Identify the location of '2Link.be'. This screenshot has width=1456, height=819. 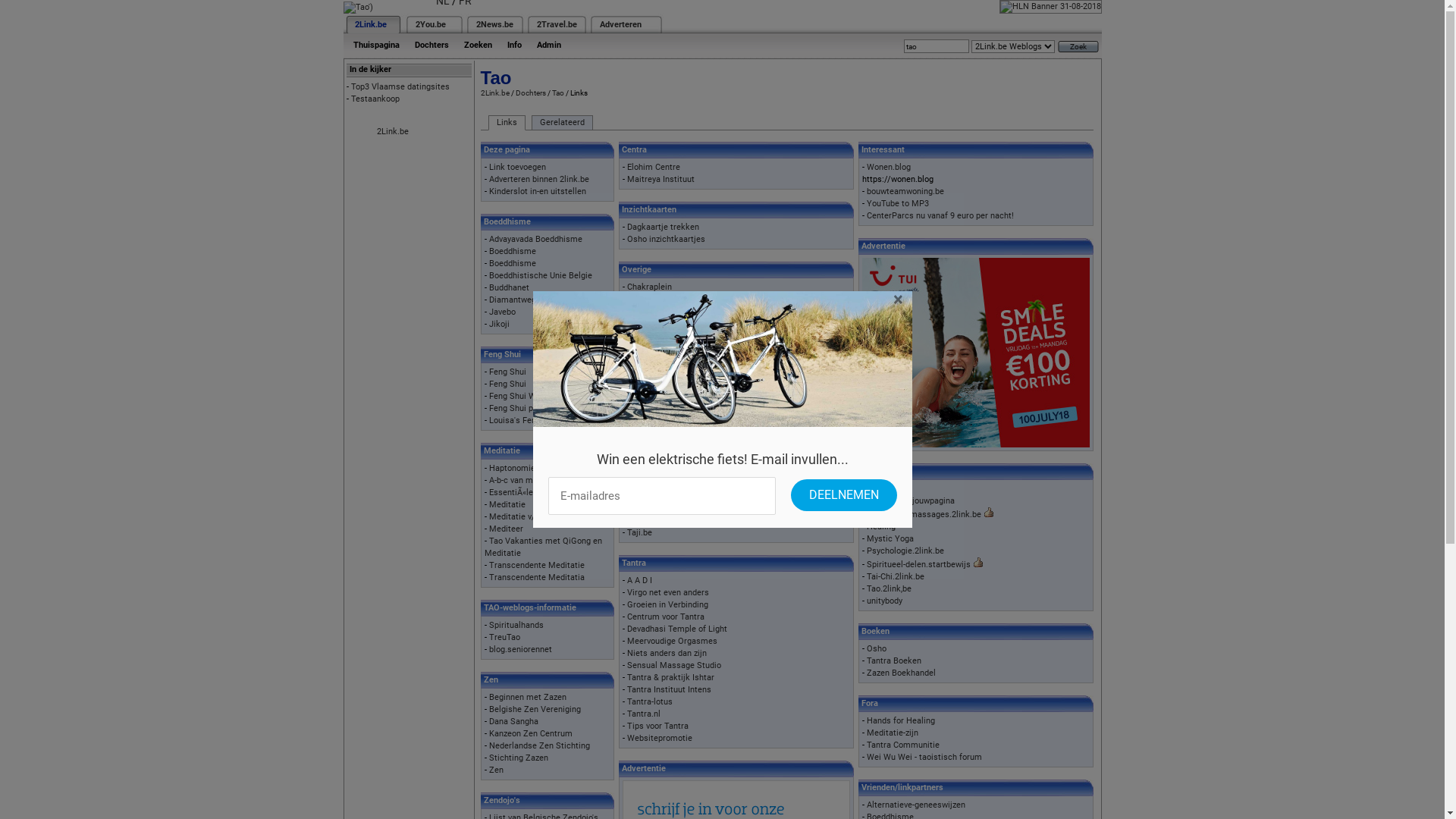
(371, 24).